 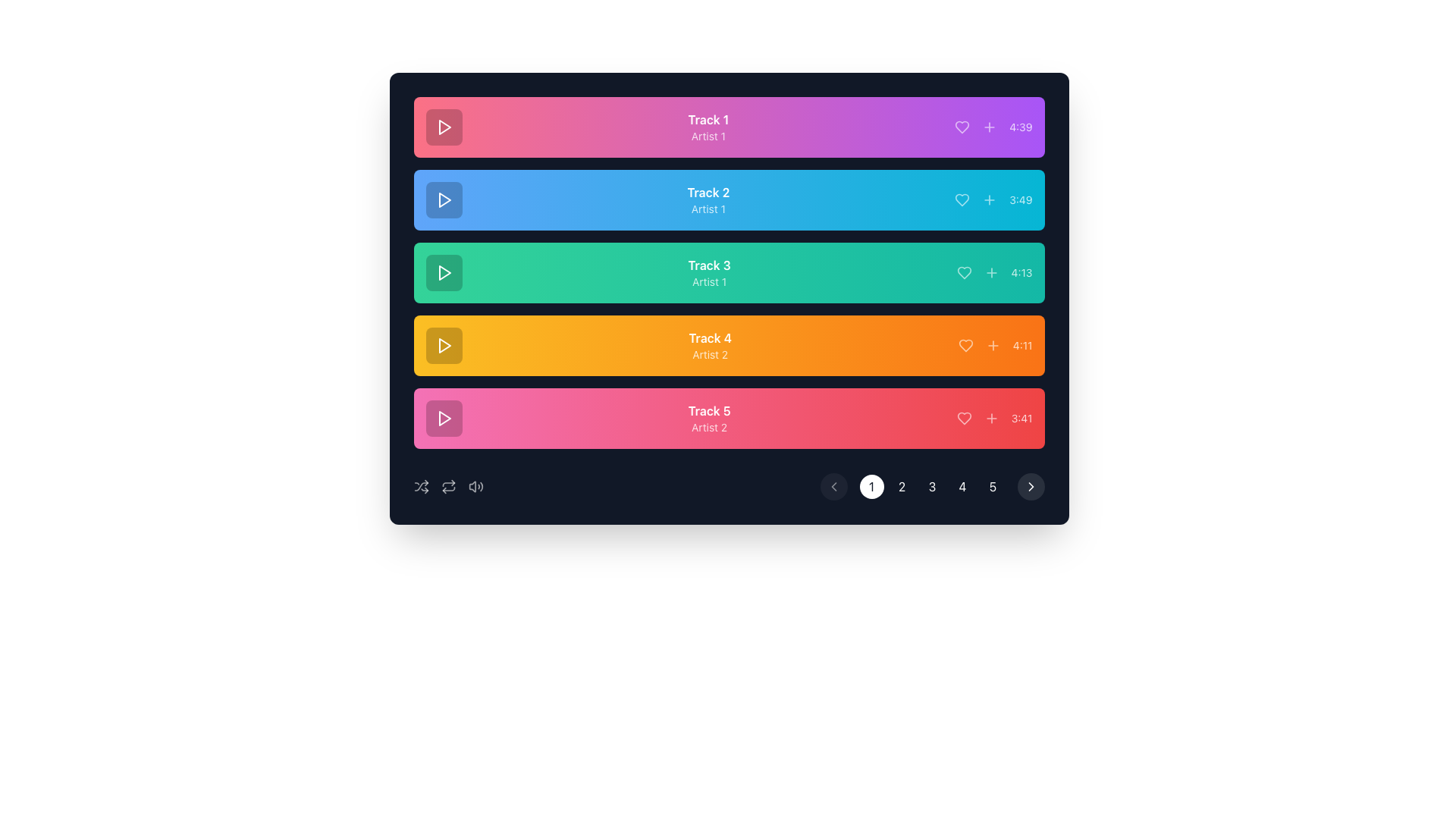 I want to click on the triangular play icon located inside the pink button at the left end of the 'Track 1' row in the playlist, so click(x=444, y=127).